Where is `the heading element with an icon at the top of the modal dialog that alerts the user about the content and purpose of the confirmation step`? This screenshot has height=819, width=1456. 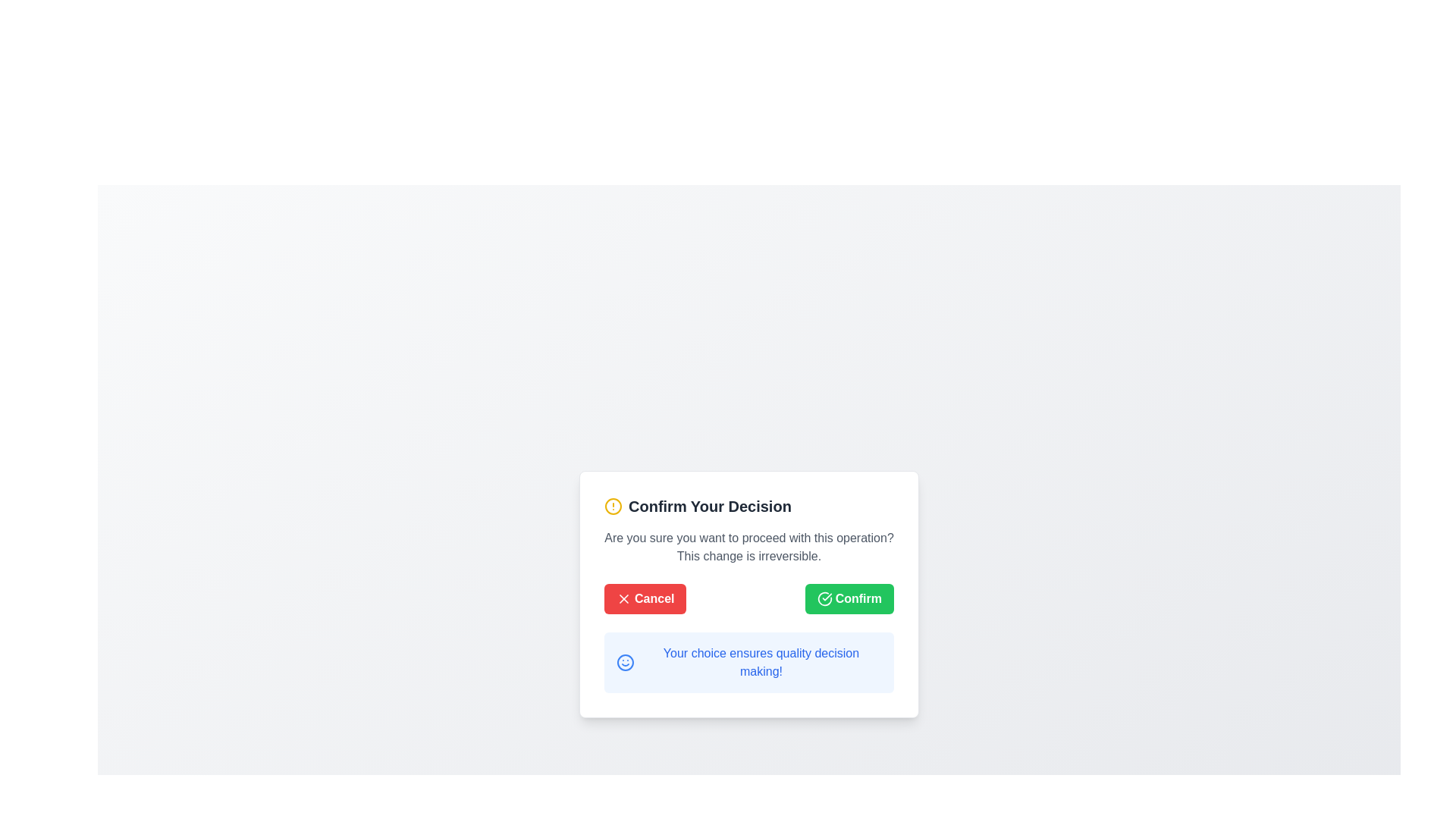
the heading element with an icon at the top of the modal dialog that alerts the user about the content and purpose of the confirmation step is located at coordinates (749, 506).